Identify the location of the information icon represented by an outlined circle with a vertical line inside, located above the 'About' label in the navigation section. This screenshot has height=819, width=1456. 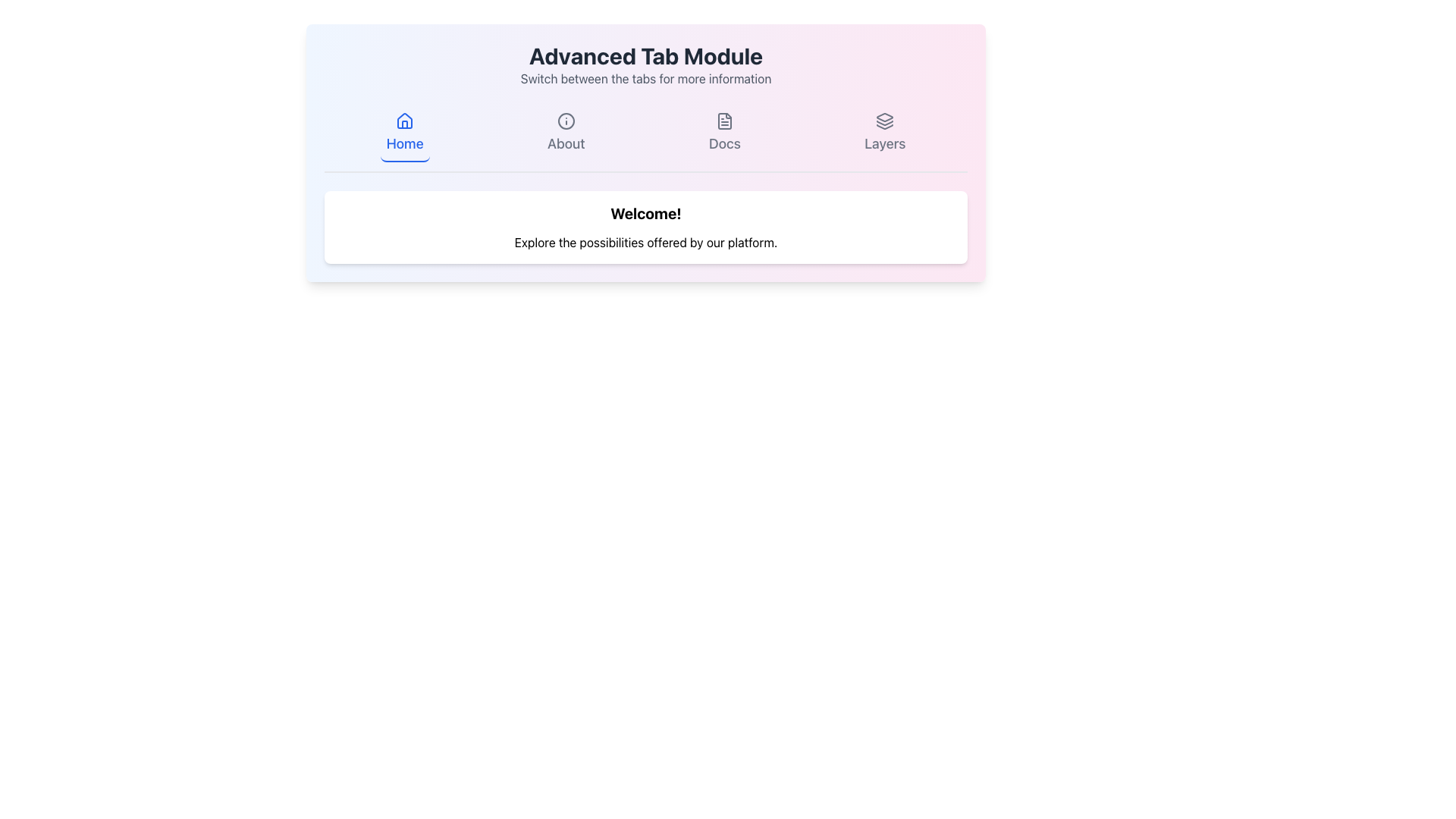
(565, 120).